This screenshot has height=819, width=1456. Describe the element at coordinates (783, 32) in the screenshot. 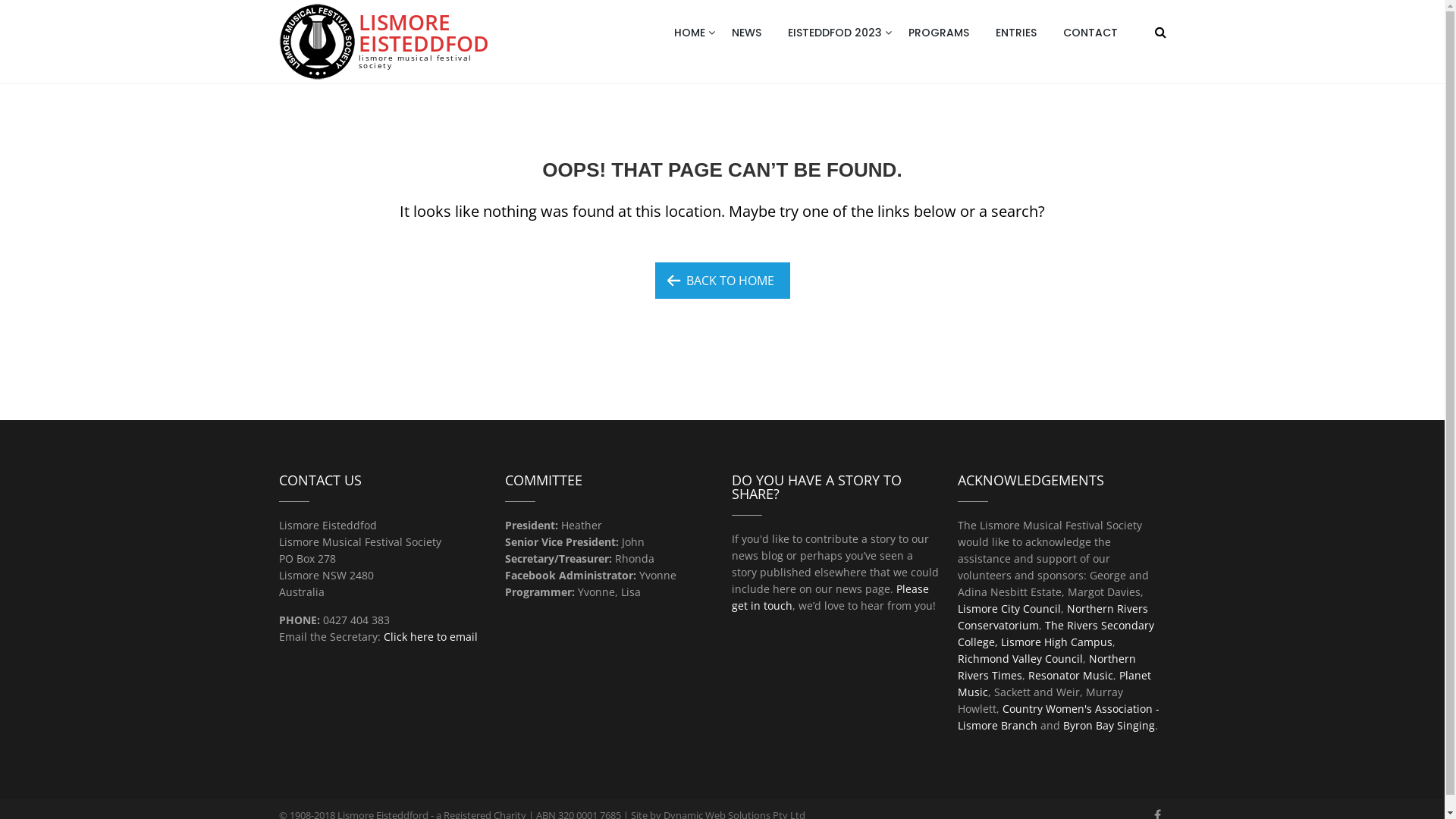

I see `'EISTEDDFOD 2023'` at that location.